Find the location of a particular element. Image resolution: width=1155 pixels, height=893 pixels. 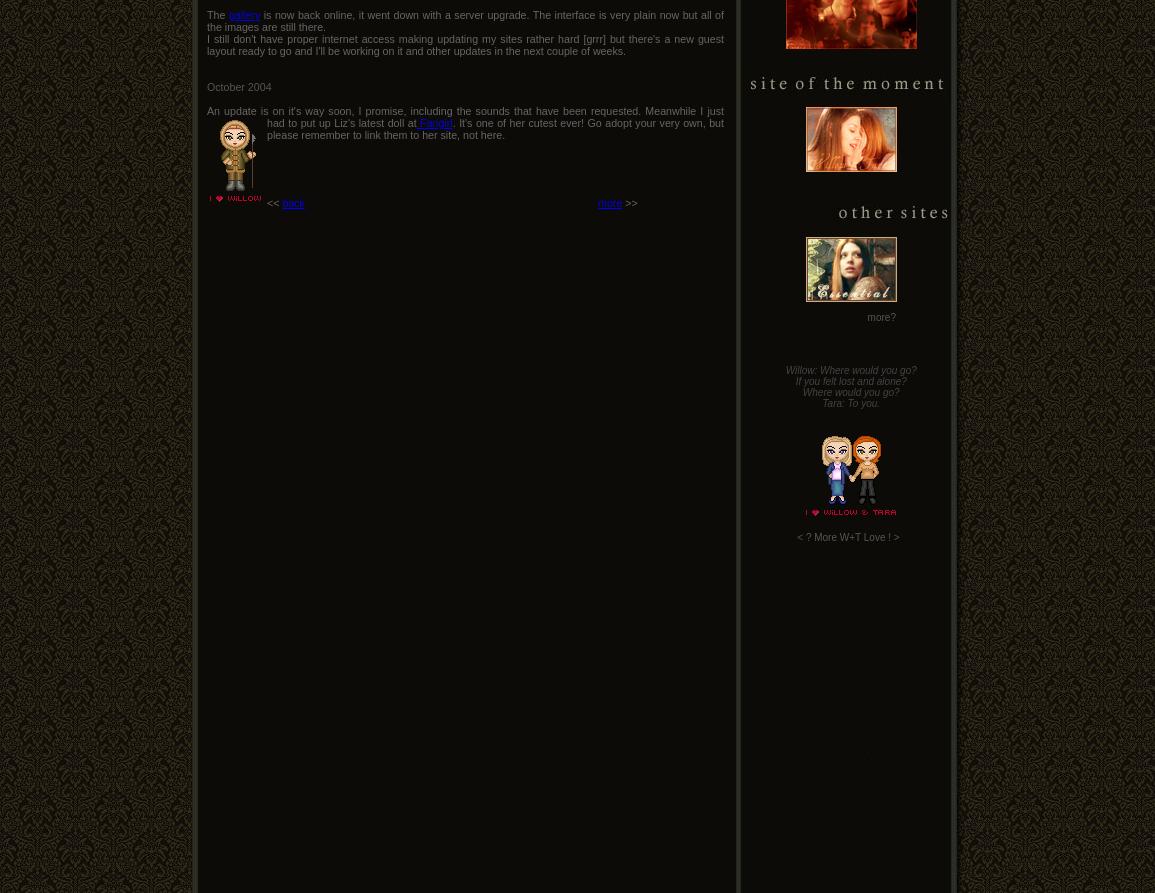

'<' is located at coordinates (799, 536).